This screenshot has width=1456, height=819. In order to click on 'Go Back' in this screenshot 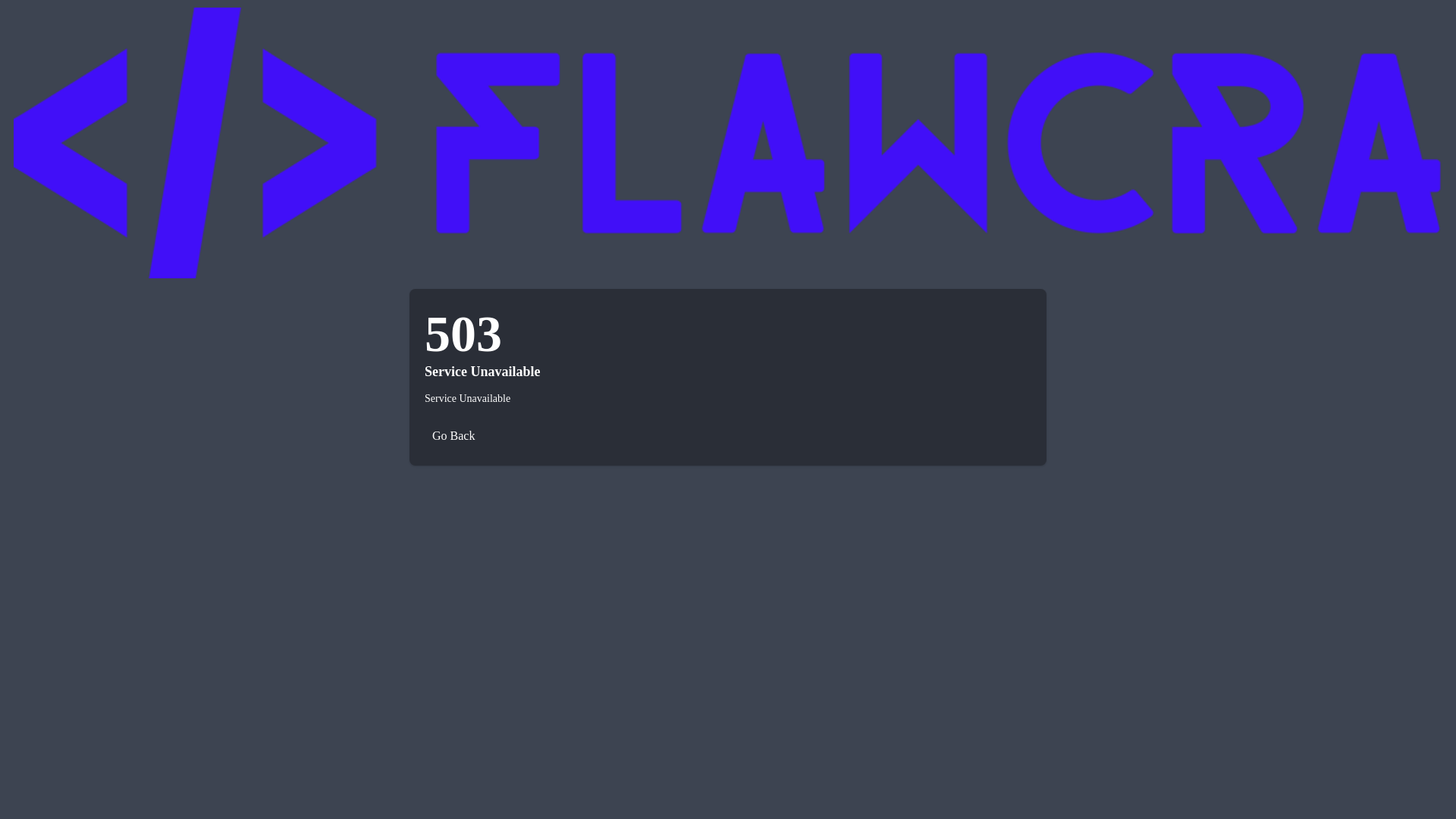, I will do `click(453, 435)`.